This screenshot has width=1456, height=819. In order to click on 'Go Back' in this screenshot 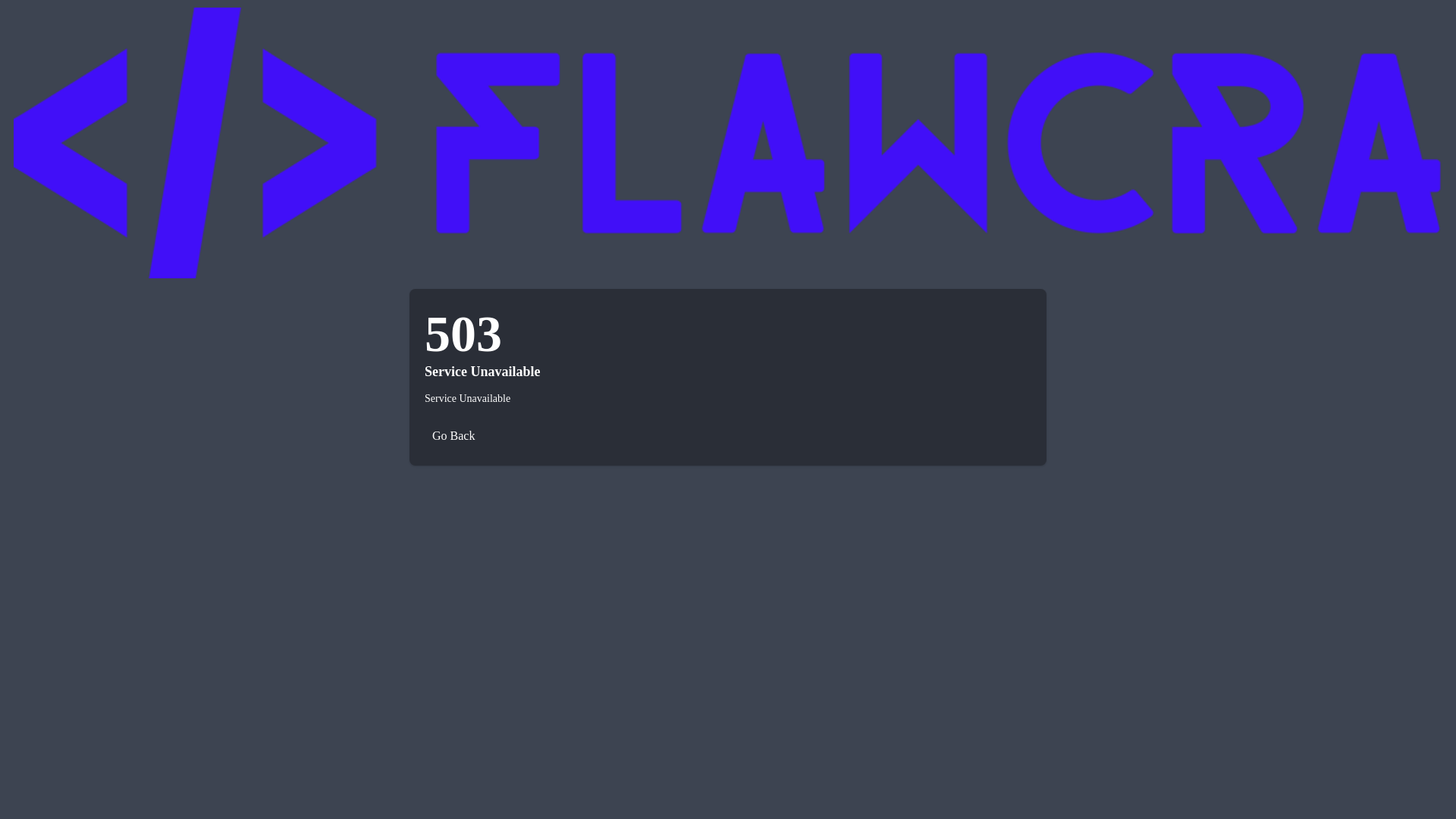, I will do `click(453, 435)`.